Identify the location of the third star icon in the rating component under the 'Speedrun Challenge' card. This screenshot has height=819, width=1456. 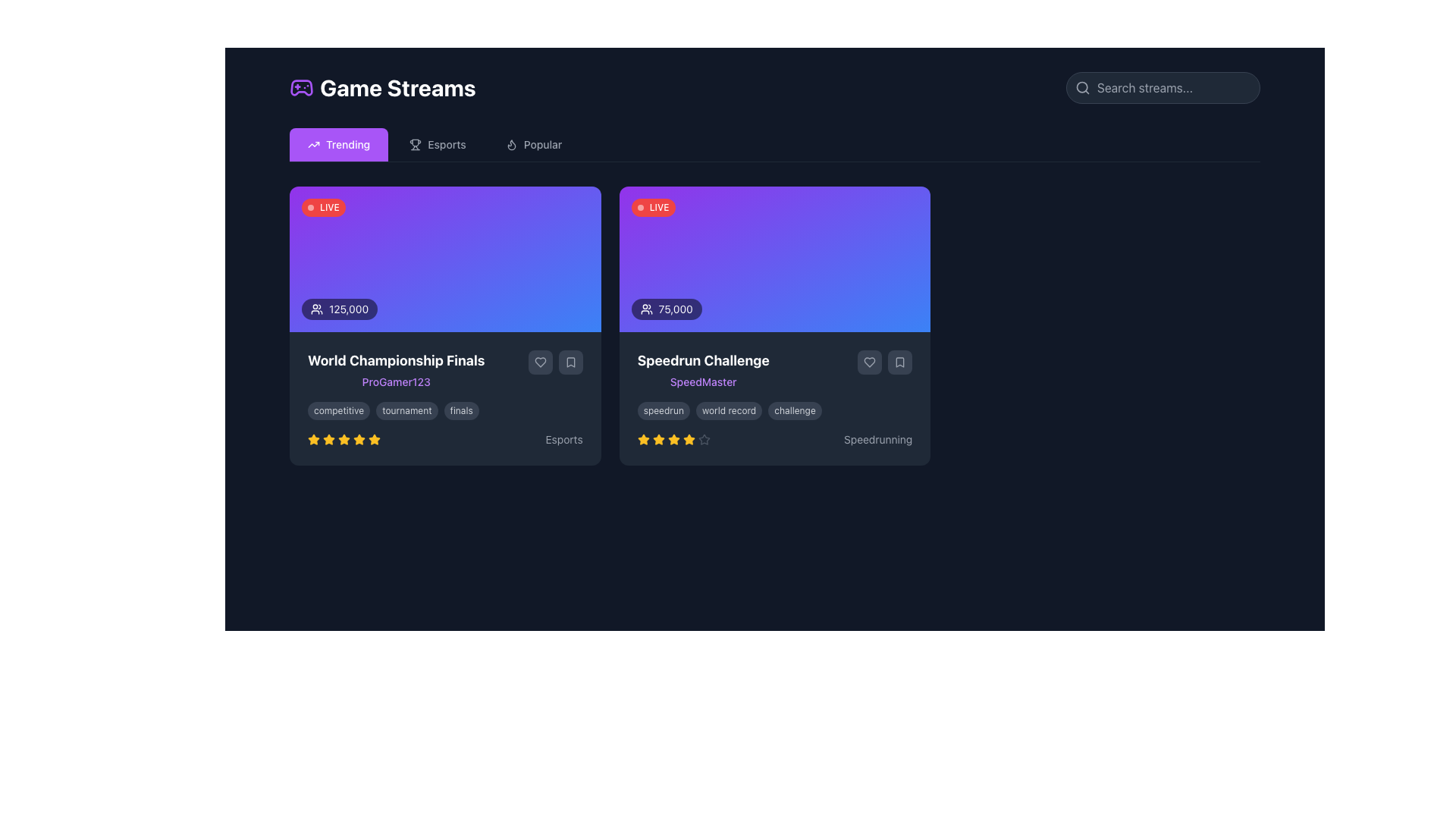
(658, 439).